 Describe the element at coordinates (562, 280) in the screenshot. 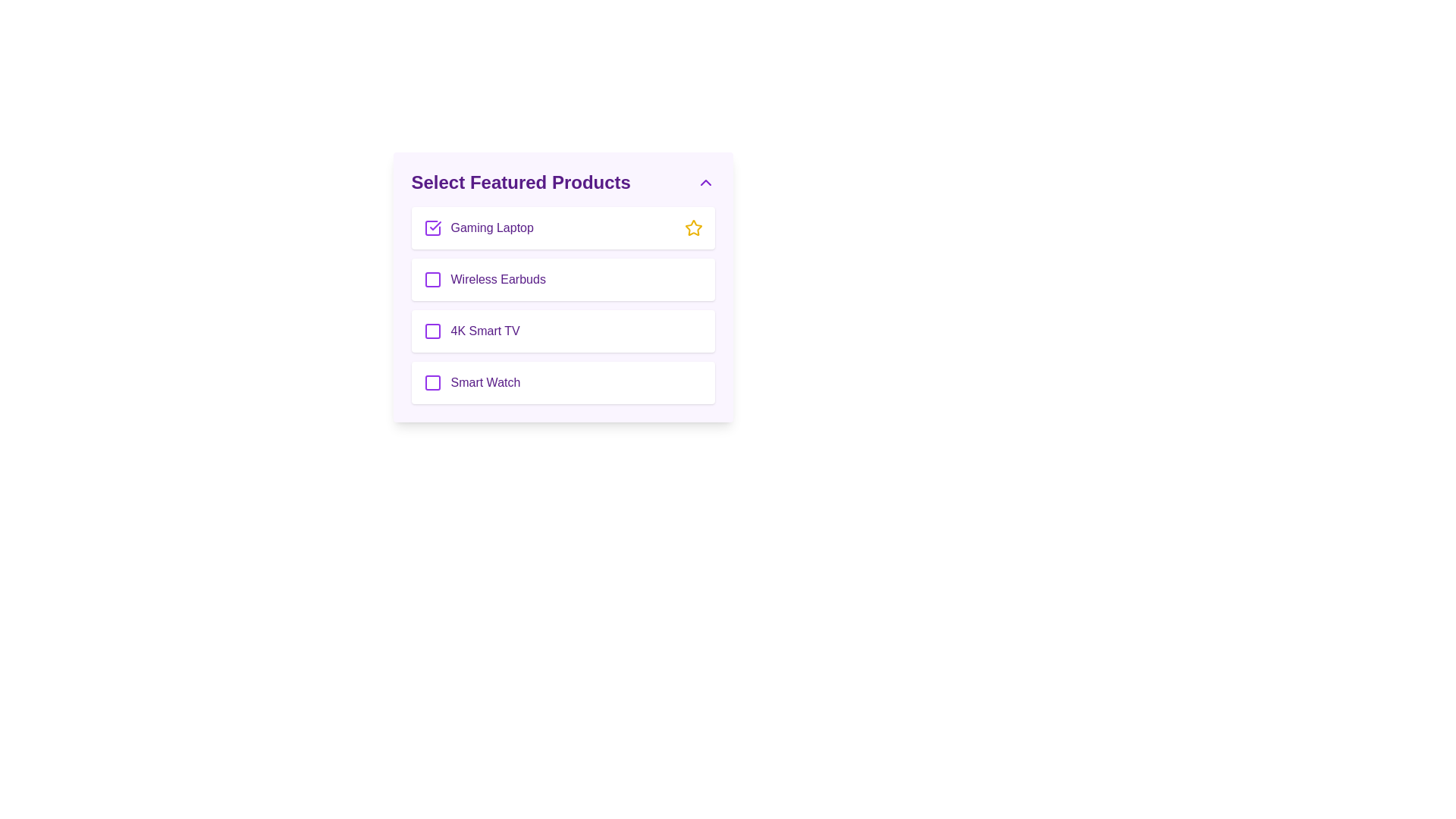

I see `the 'Wireless Earbuds' selectable card, which is the second card in the list under 'Select Featured Products'` at that location.